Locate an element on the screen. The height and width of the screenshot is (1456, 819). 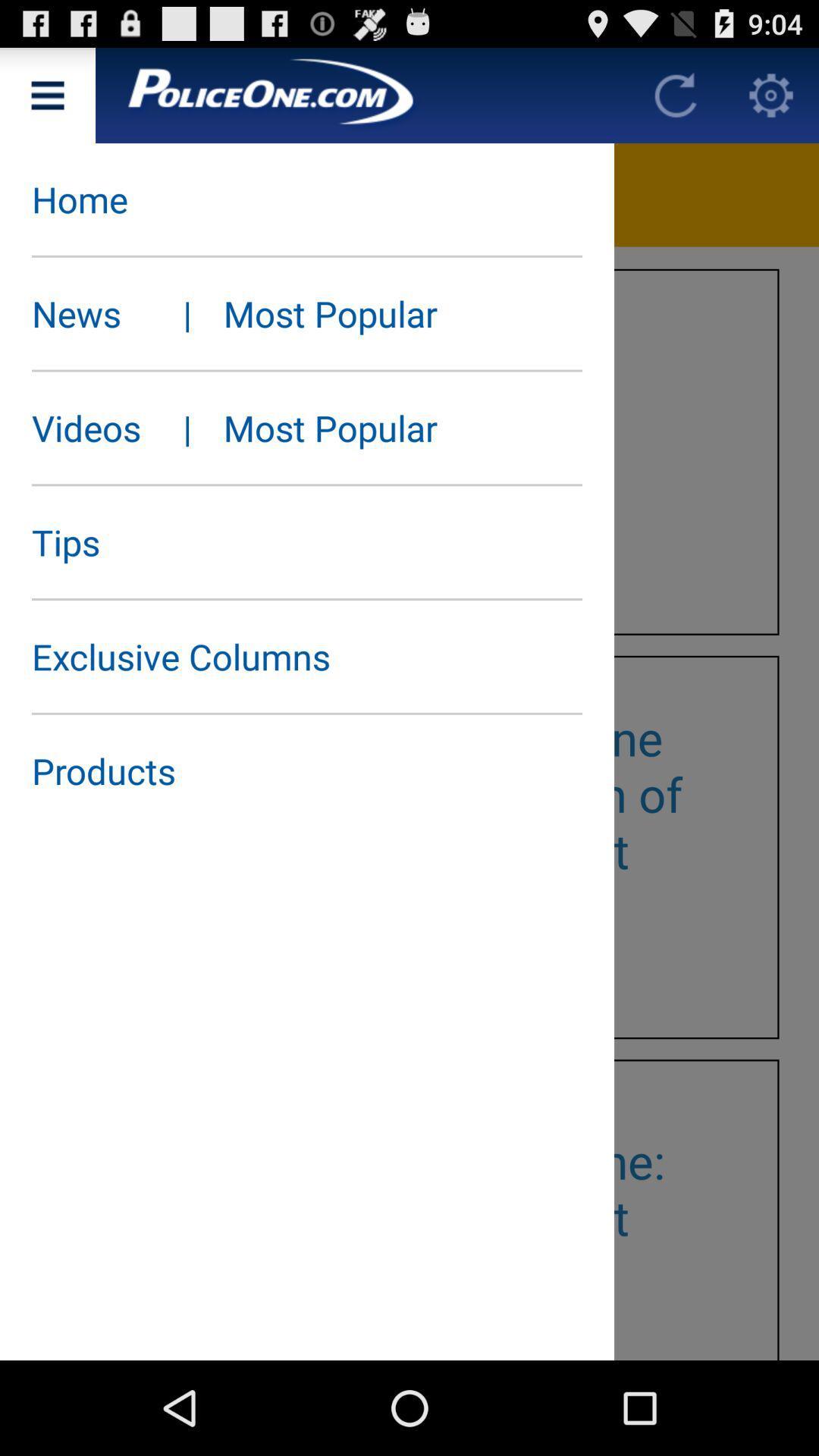
the menu icon is located at coordinates (46, 101).